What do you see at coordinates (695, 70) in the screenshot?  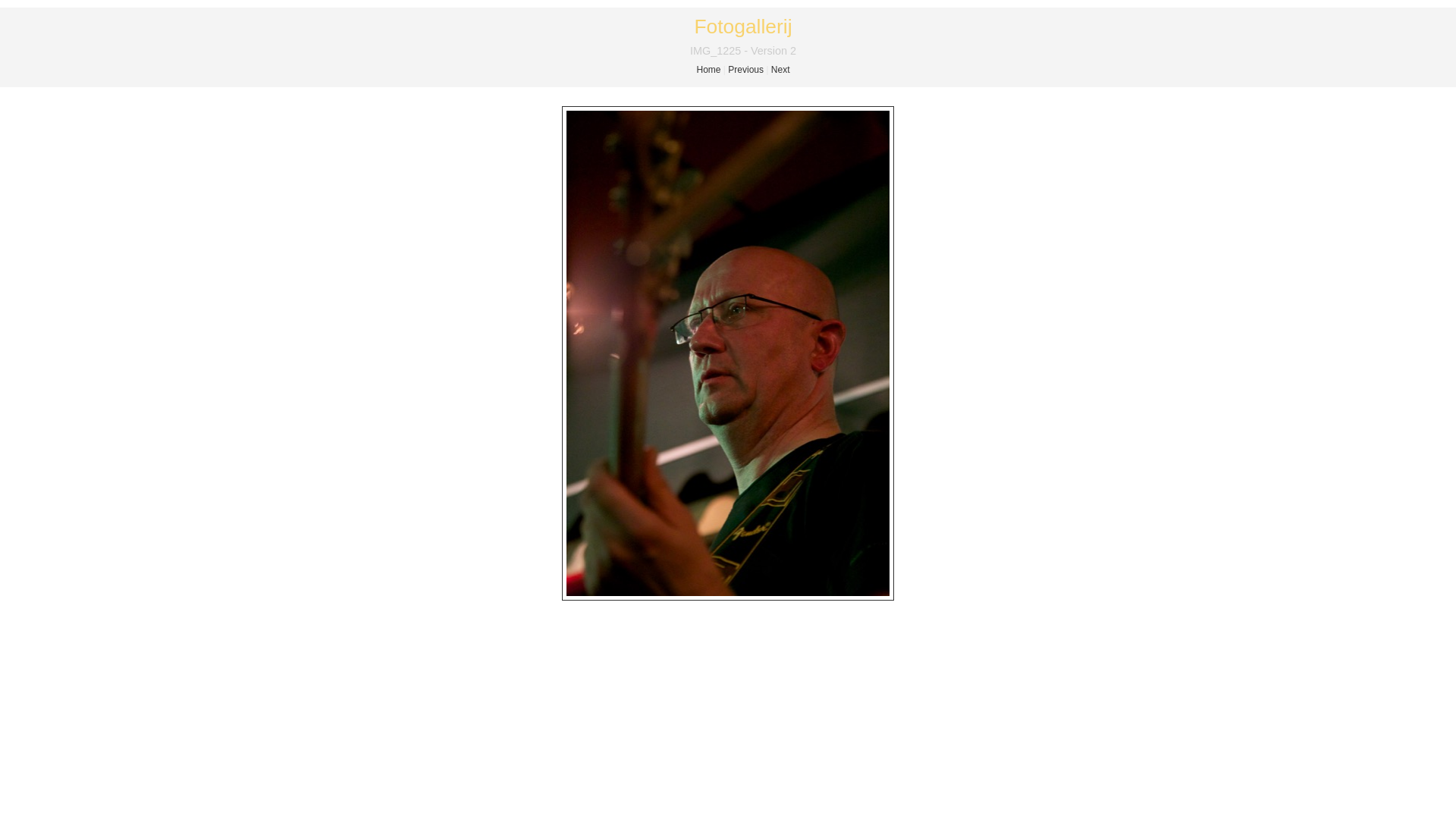 I see `'Home'` at bounding box center [695, 70].